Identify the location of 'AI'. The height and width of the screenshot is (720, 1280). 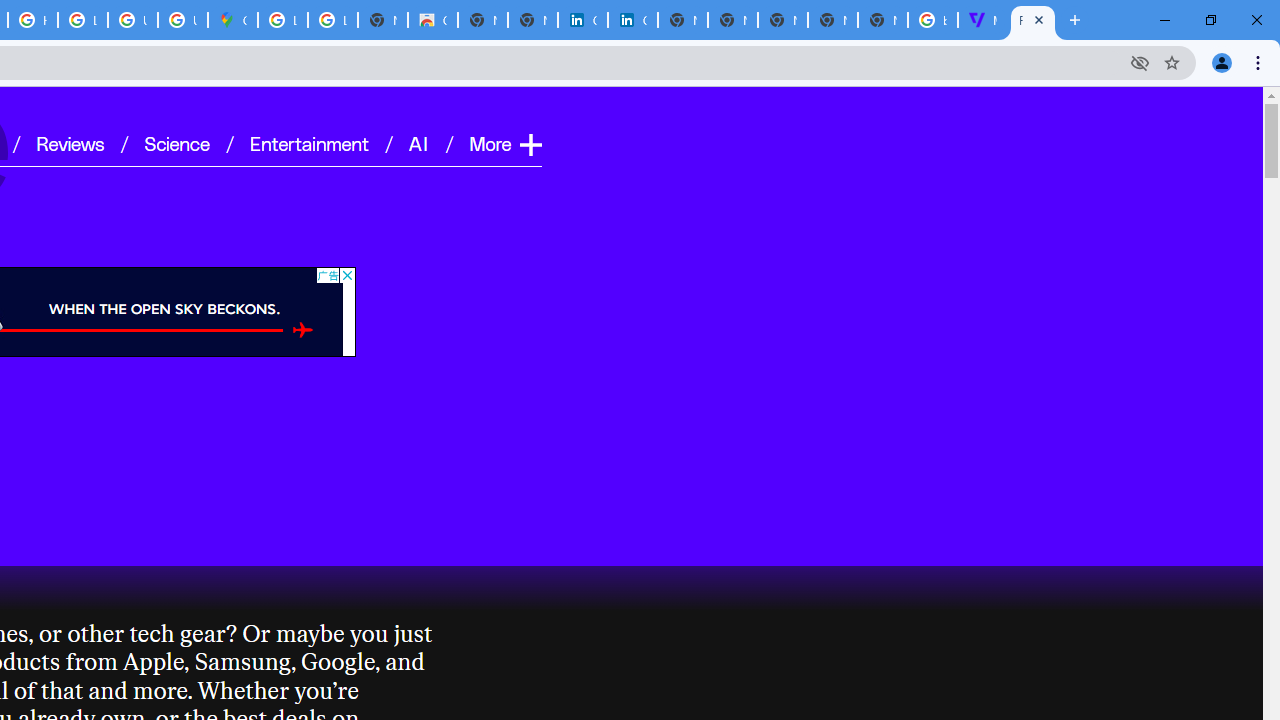
(418, 141).